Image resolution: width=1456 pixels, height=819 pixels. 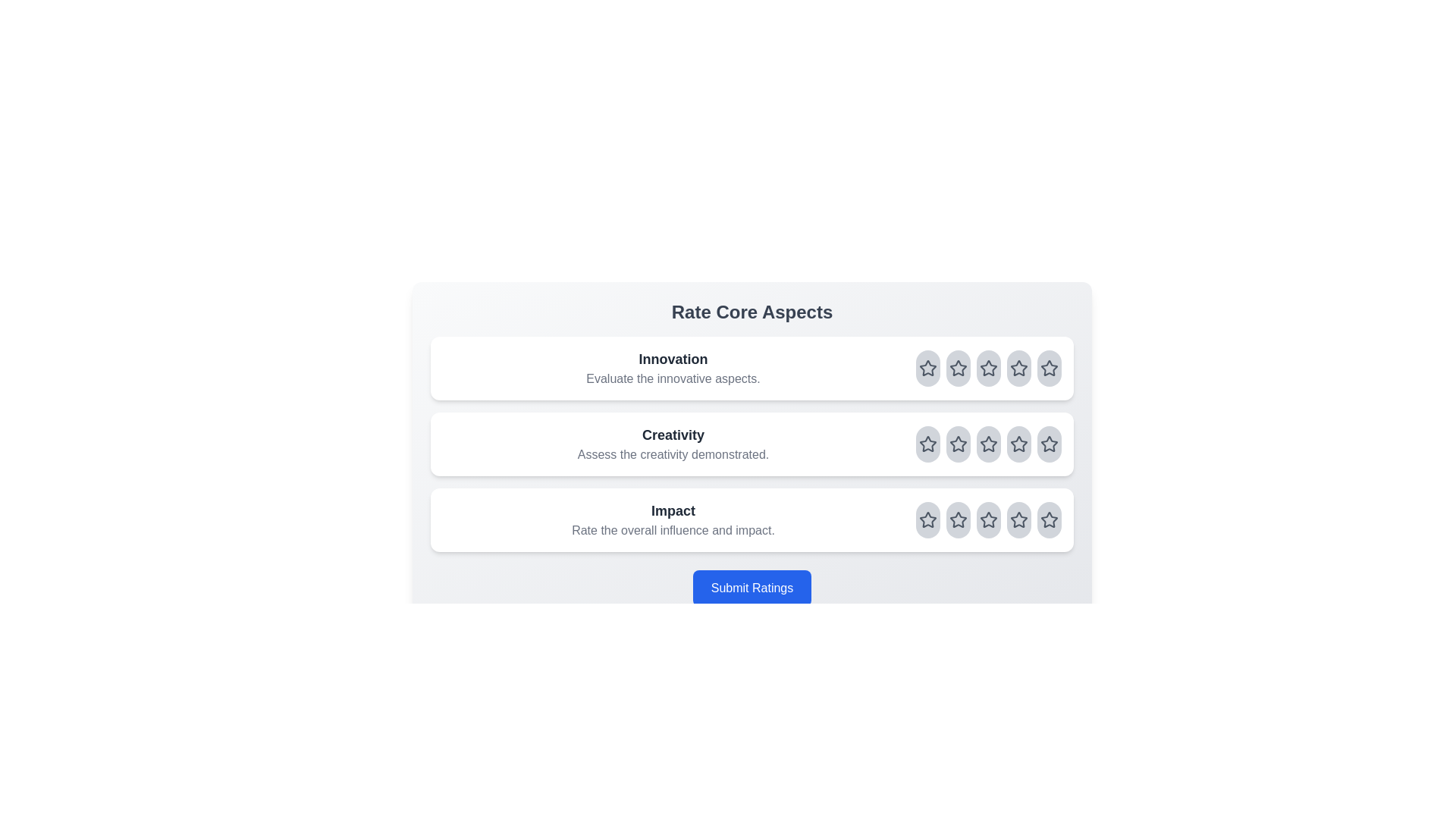 I want to click on the rating for the aspect Creativity to 1 stars by clicking on the corresponding star, so click(x=927, y=444).